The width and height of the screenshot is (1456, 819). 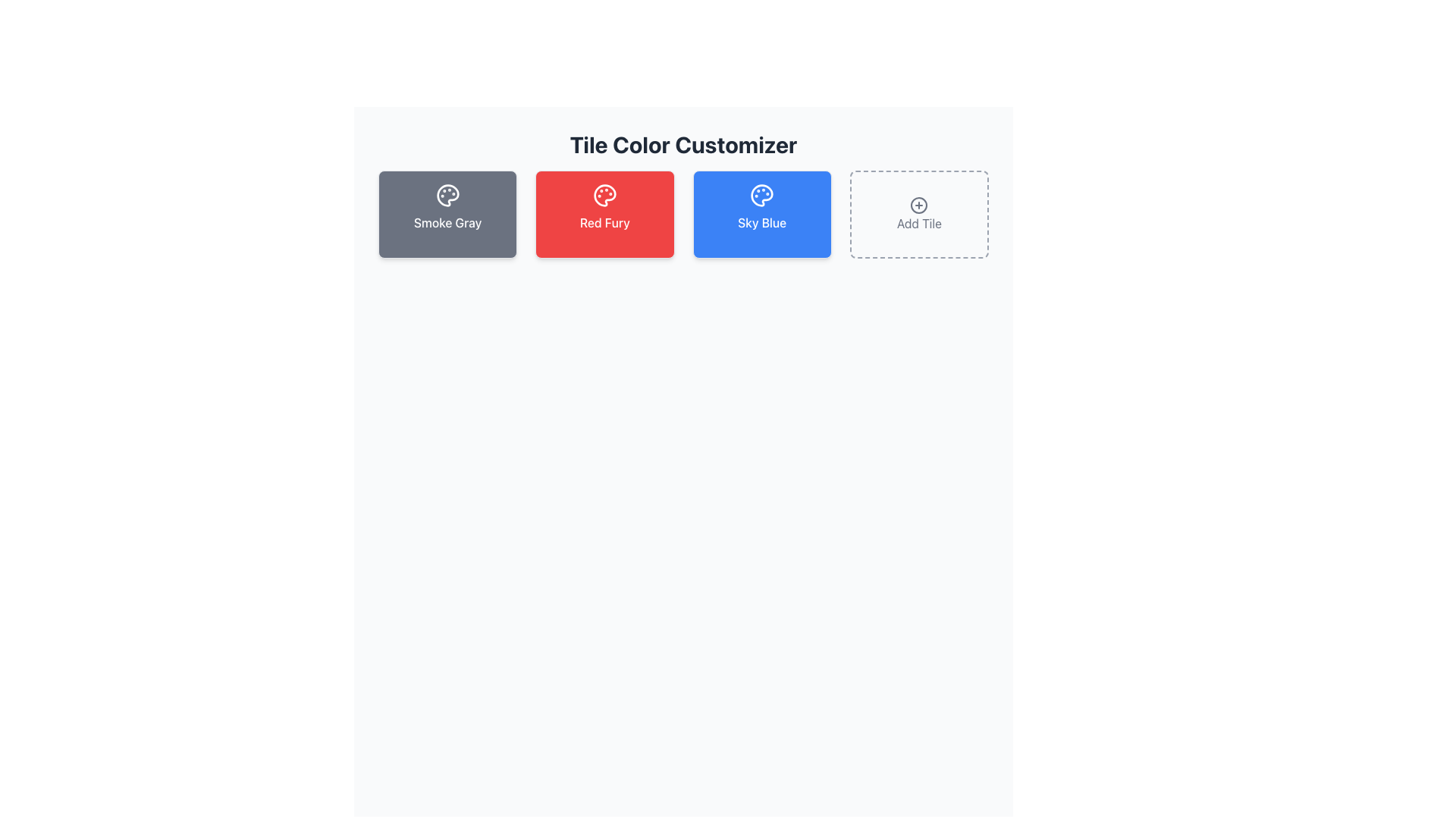 I want to click on the appearance of the circular icon resembling a painter's palette with a red background, located in the upper part of the 'Red Fury' tile, so click(x=604, y=195).